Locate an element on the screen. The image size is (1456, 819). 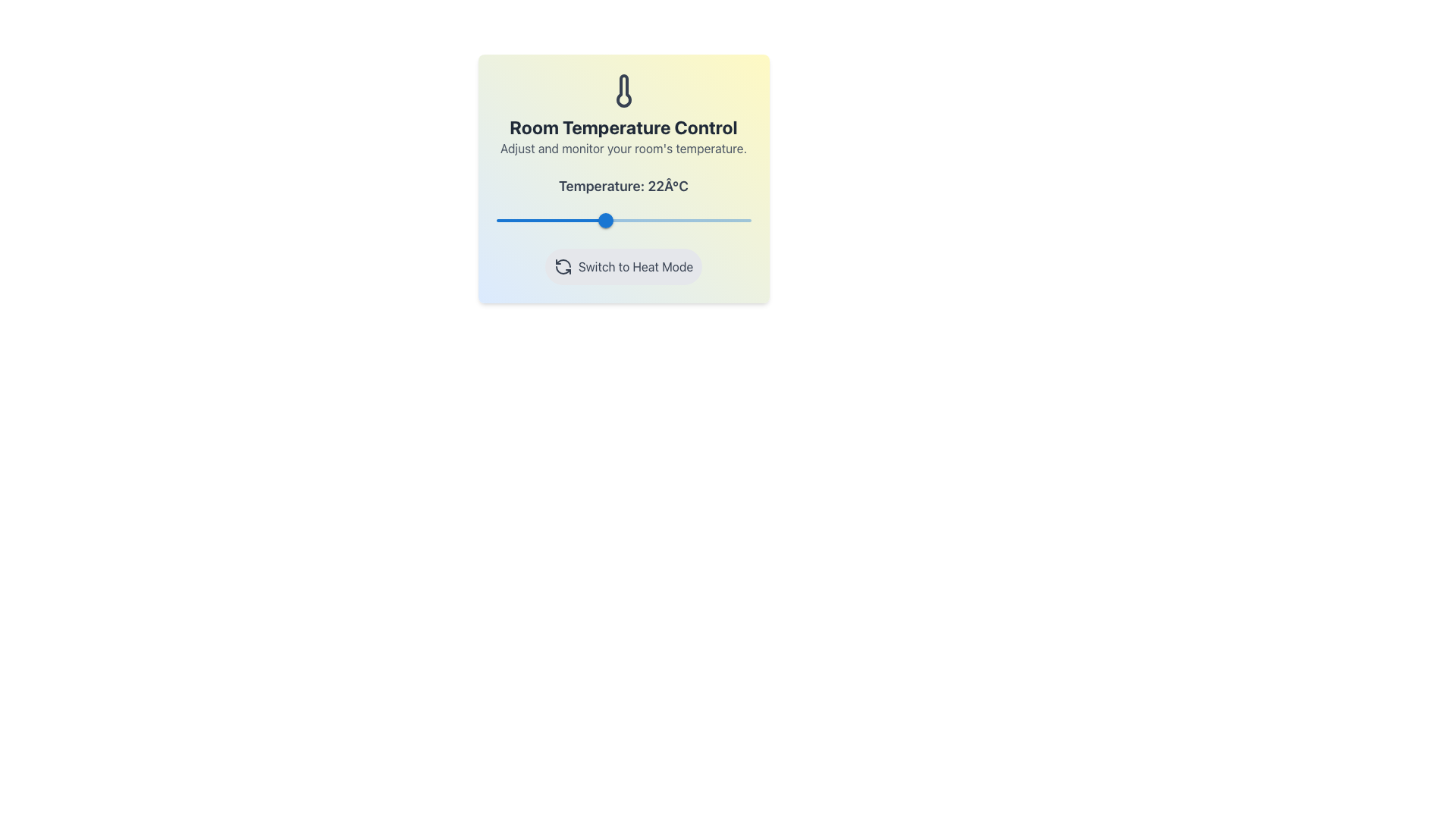
the temperature is located at coordinates (724, 220).